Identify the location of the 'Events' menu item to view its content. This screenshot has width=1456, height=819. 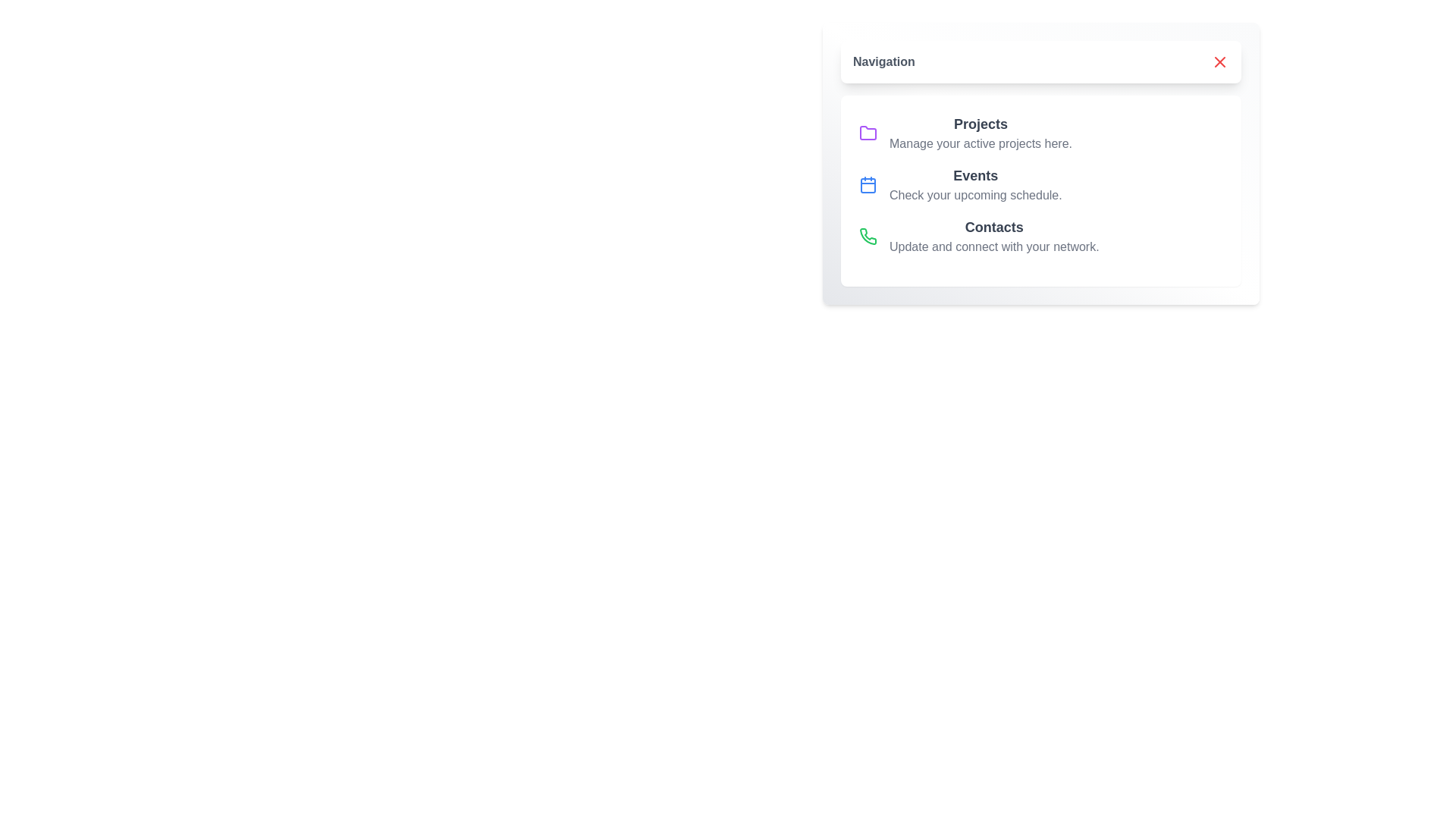
(975, 184).